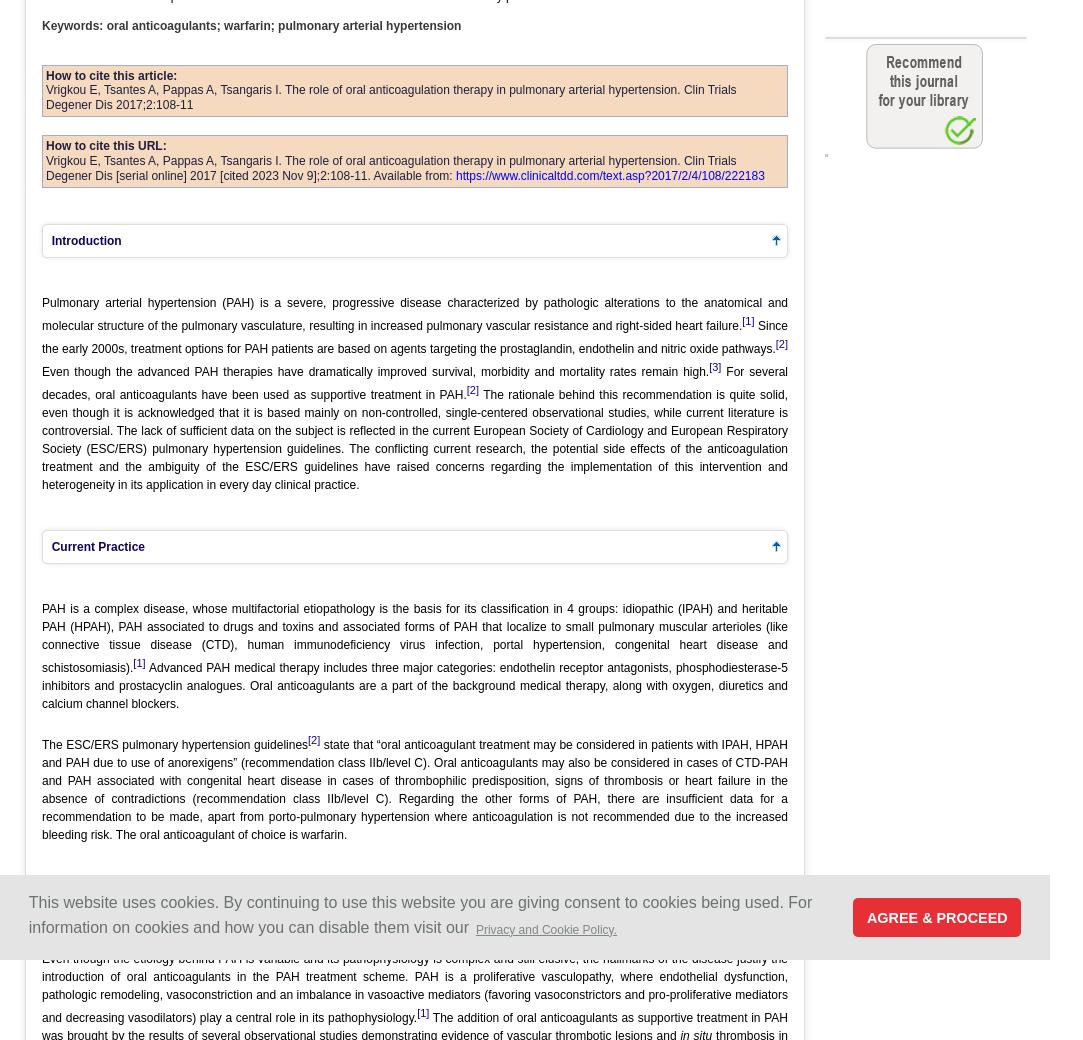 Image resolution: width=1083 pixels, height=1040 pixels. I want to click on 'AGREE & PROCEED', so click(865, 916).